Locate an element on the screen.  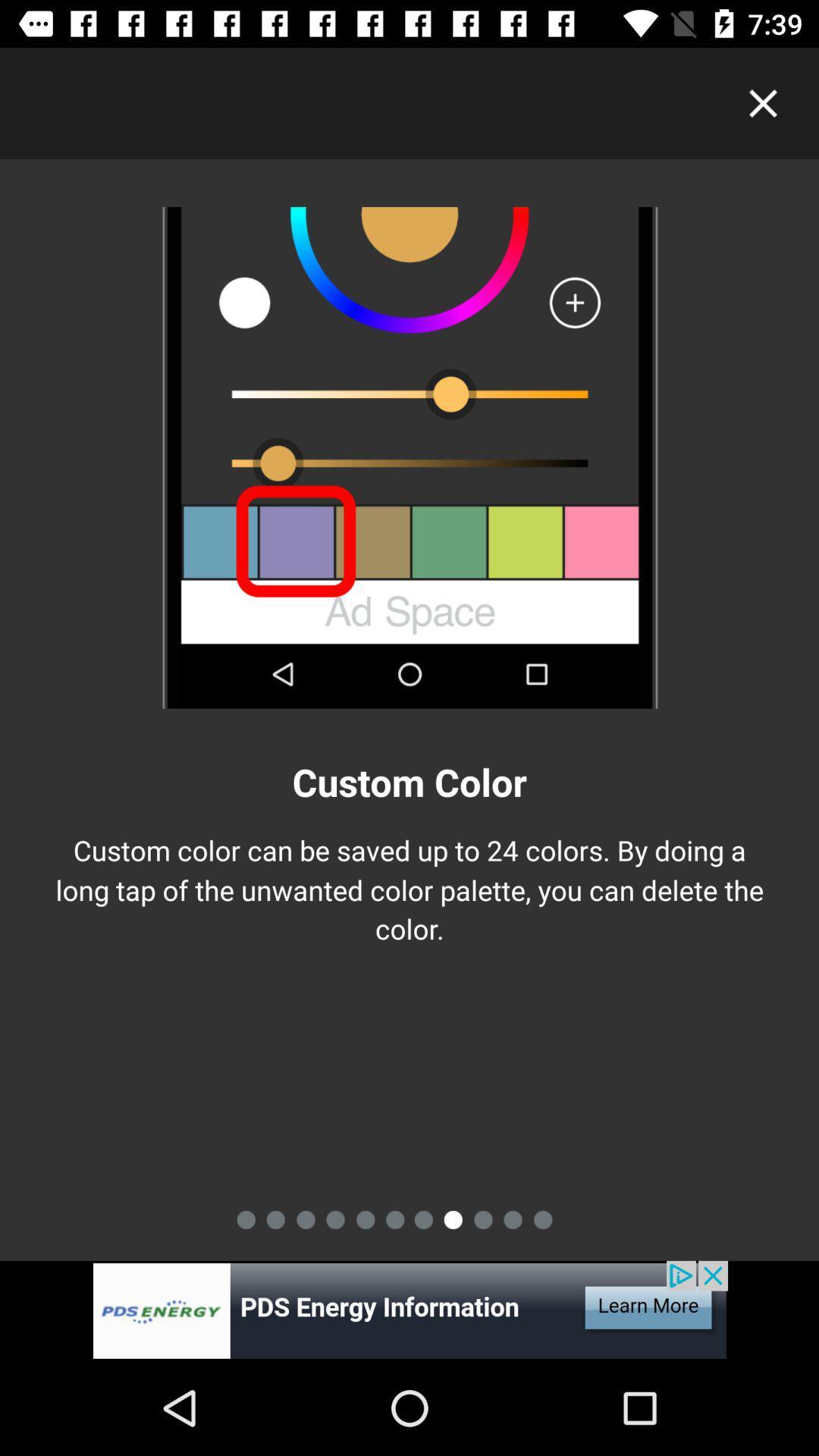
the tutorial is located at coordinates (763, 102).